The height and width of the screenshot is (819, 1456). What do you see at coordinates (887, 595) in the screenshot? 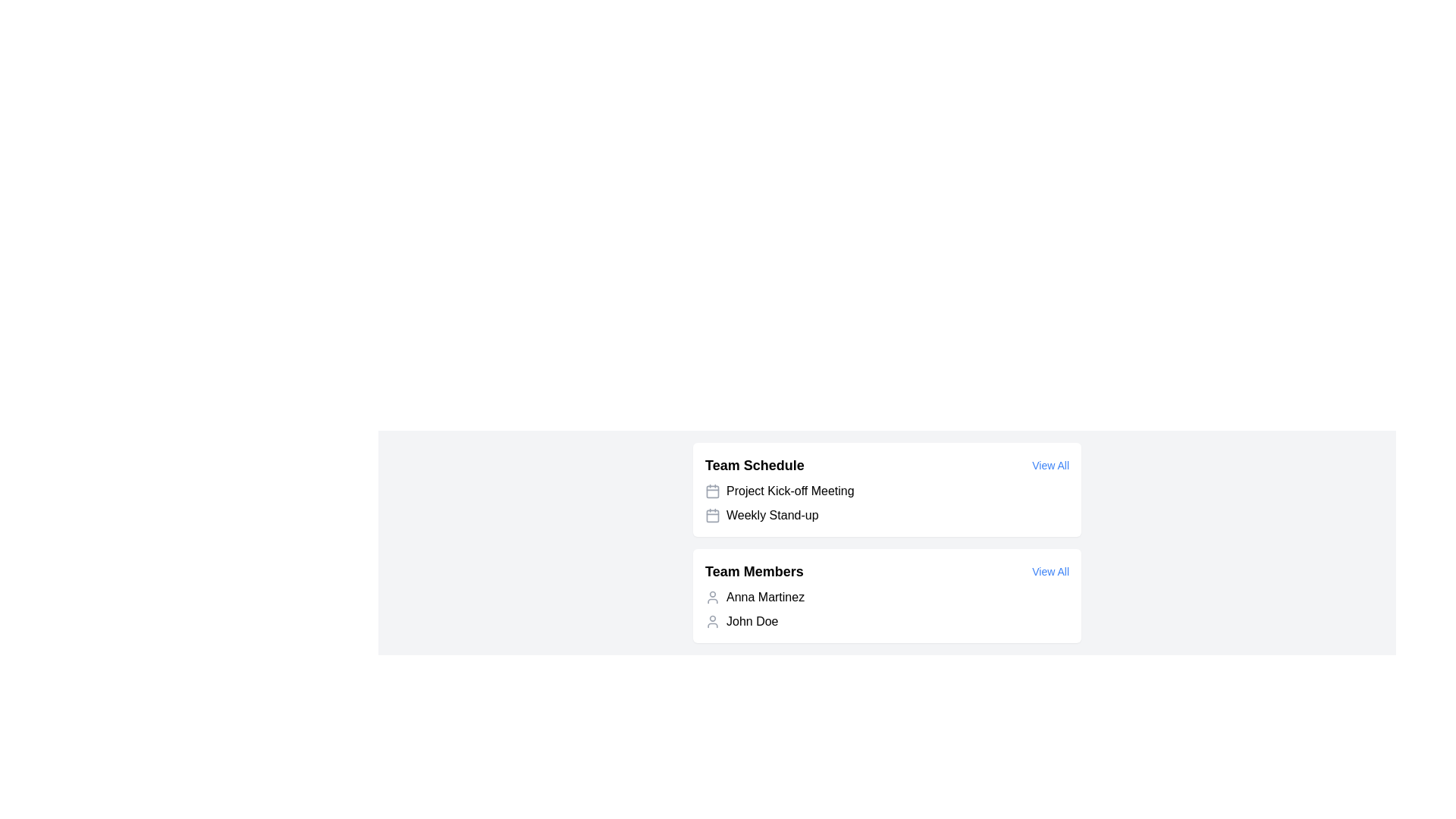
I see `the 'View All' link in the team members' display section` at bounding box center [887, 595].